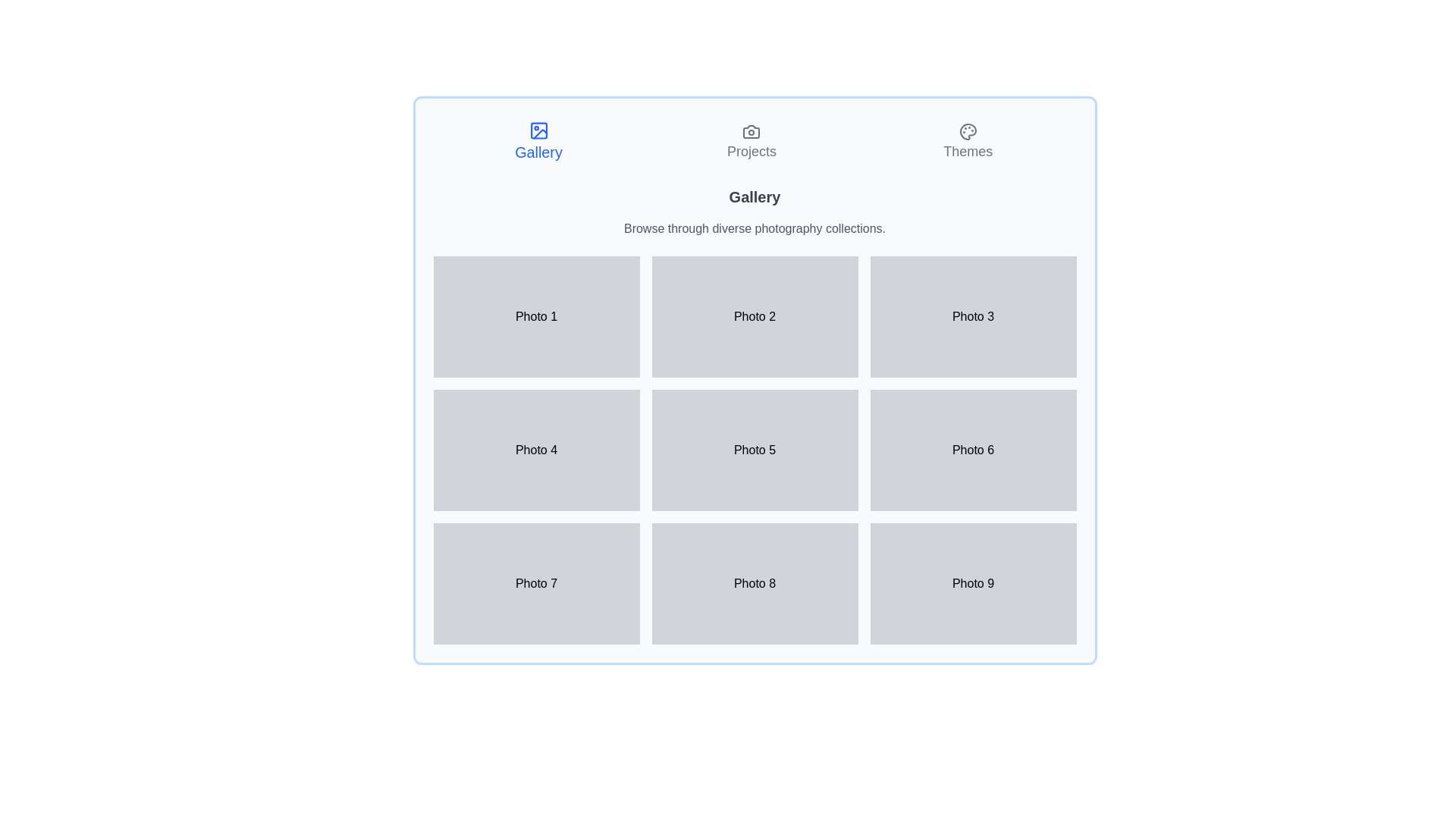  What do you see at coordinates (755, 450) in the screenshot?
I see `the static label representing 'Photo 5' in the middle of a three-by-three grid layout of photo displays, surrounded by 'Photo 4', 'Photo 6', 'Photo 2', and 'Photo 8'` at bounding box center [755, 450].